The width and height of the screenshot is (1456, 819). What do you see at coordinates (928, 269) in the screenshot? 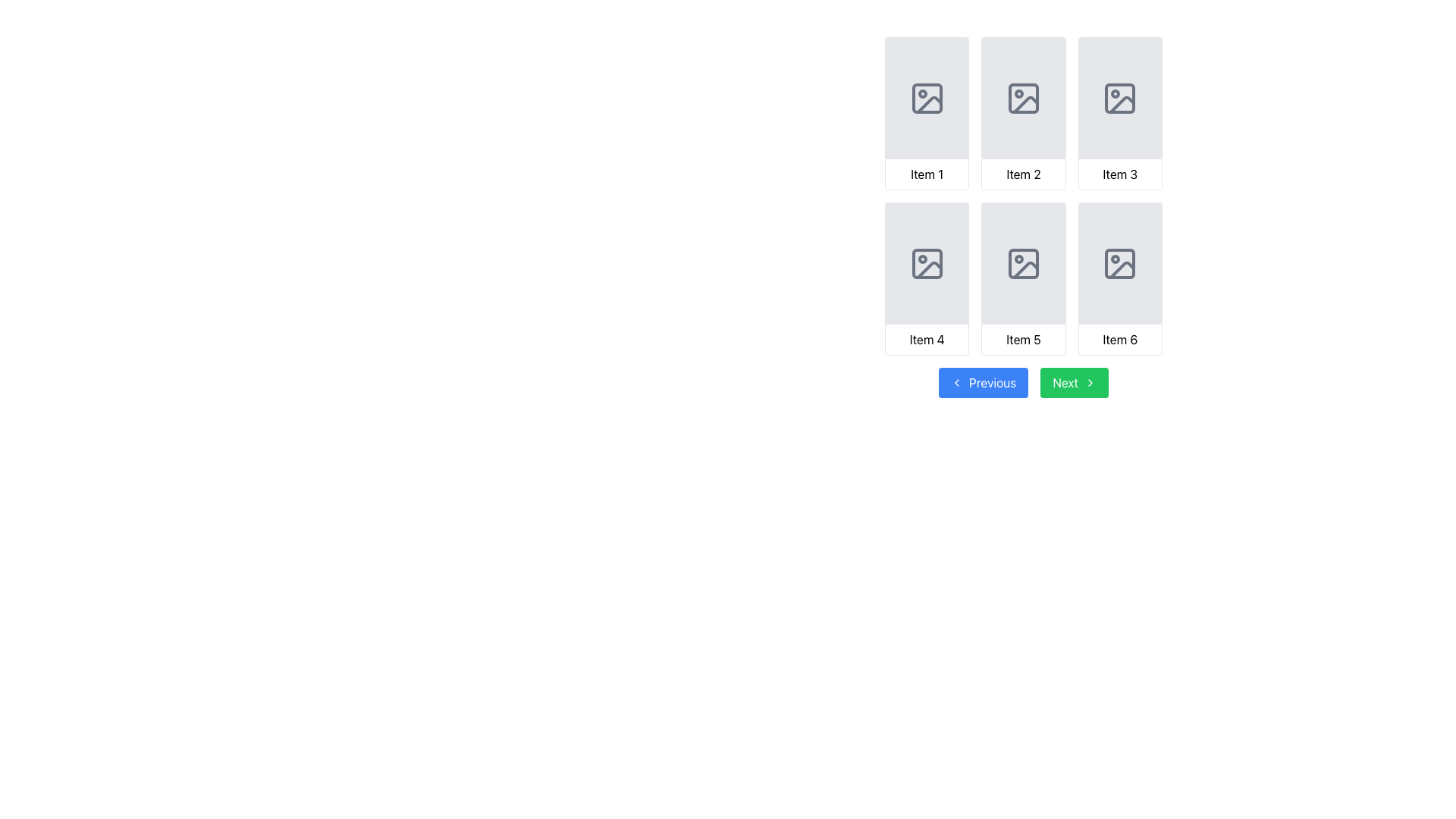
I see `the visual graphic within the fourth icon in the grid layout, located in the second row and first column` at bounding box center [928, 269].